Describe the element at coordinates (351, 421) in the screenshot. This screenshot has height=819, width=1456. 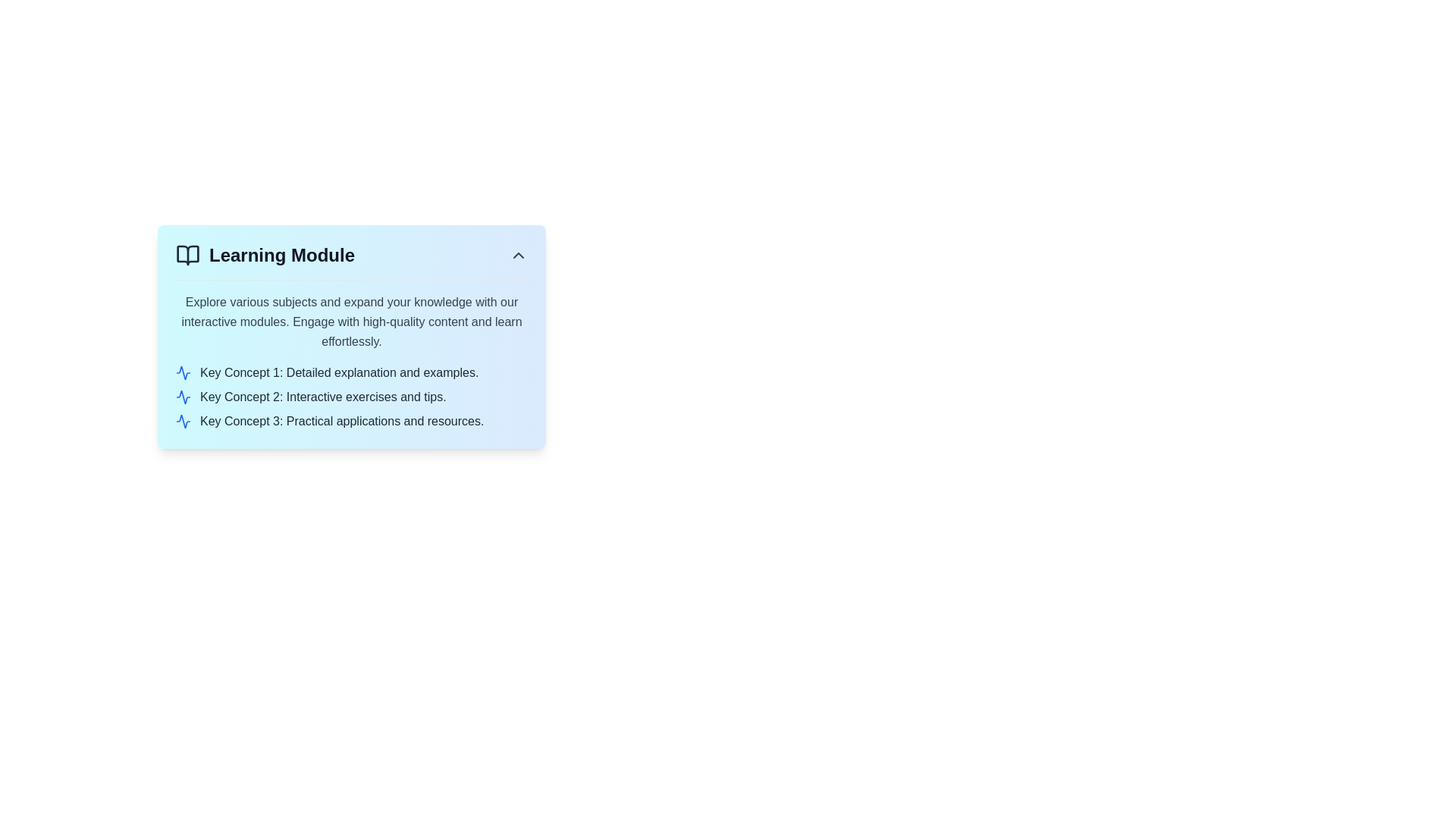
I see `the text row displaying the icon and the text 'Key Concept 3: Practical applications and resources.' which is the third item in the vertical list under the 'Learning Module' section` at that location.